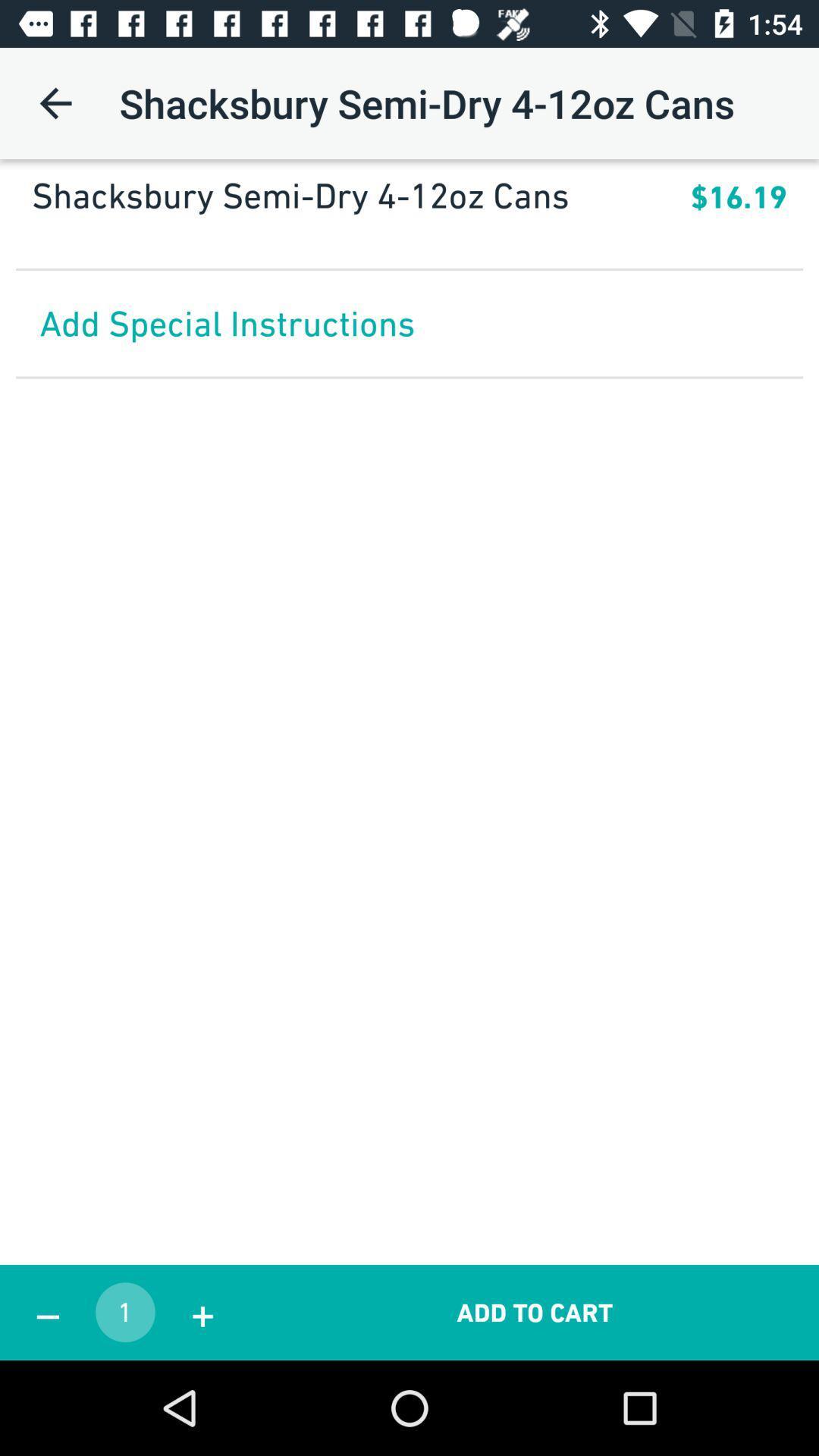 This screenshot has height=1456, width=819. I want to click on the app to the left of the shacksbury semi dry, so click(55, 102).